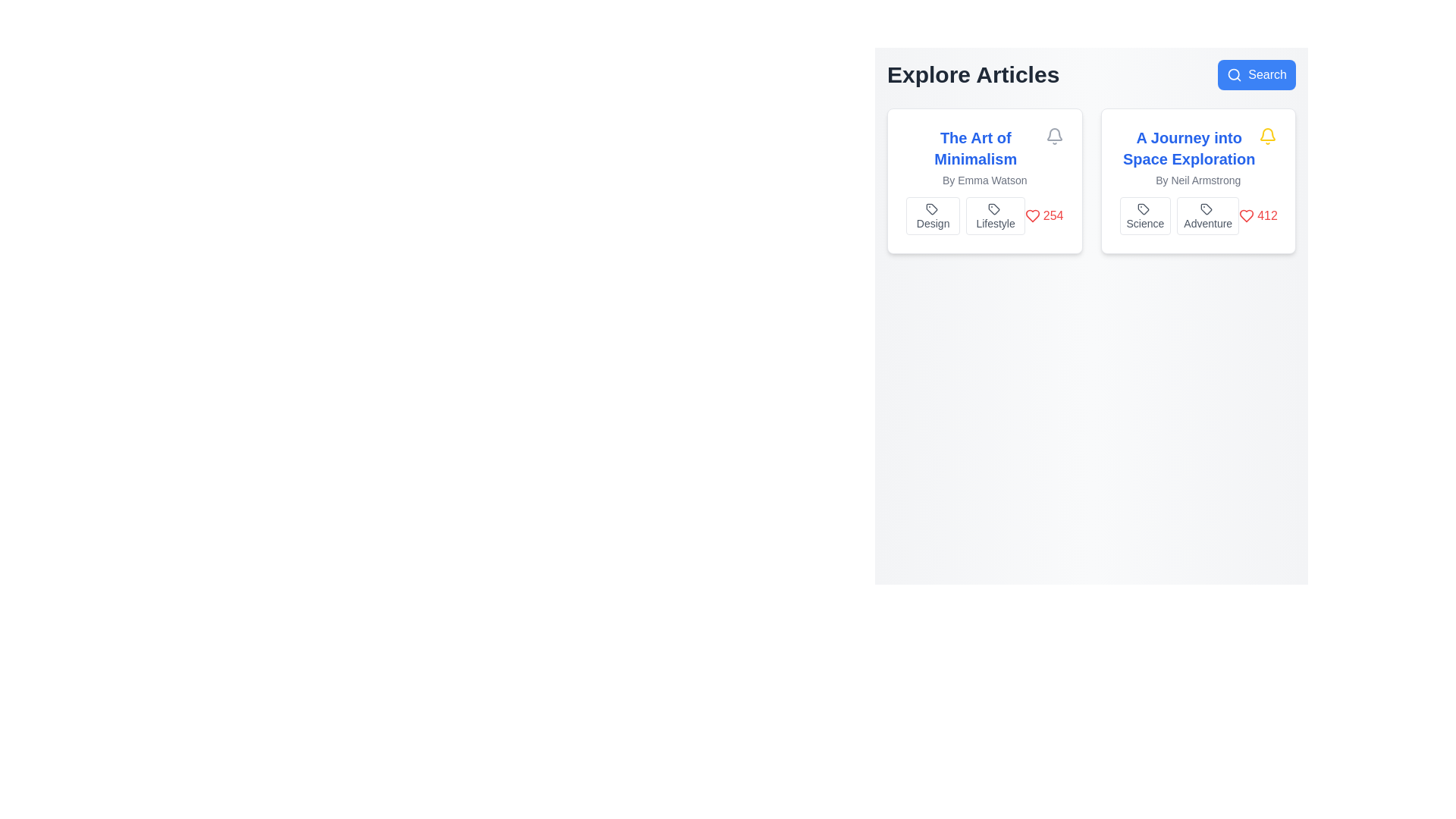  I want to click on the text of the label that displays 'Adventure', which is the second label in a horizontal stack below the title 'A Journey into Space Exploration', so click(1207, 216).